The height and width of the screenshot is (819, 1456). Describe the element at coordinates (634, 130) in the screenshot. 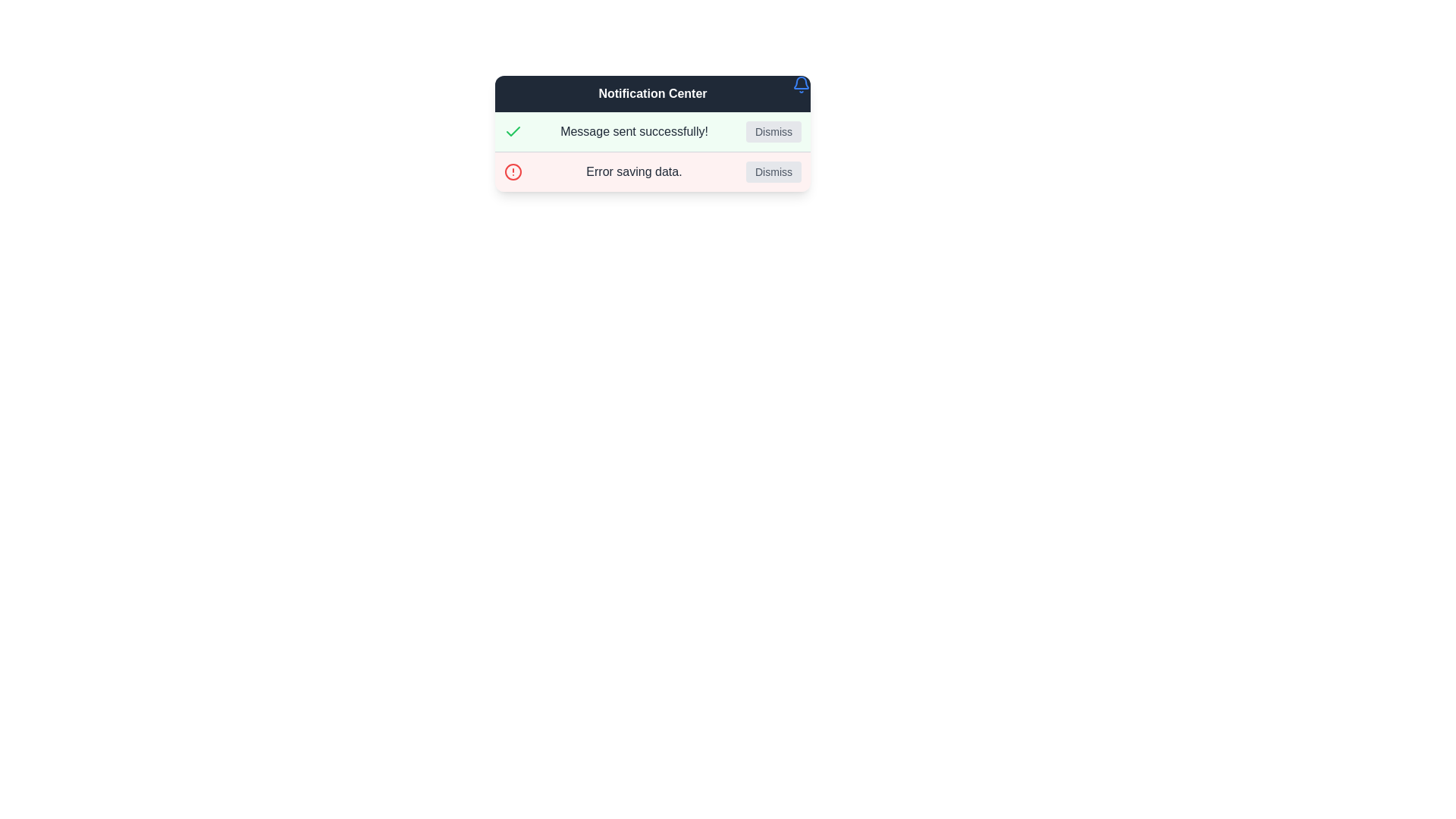

I see `the text snippet displaying 'Message sent successfully!' in a notification panel, located centrally between a green checkmark icon and a 'Dismiss' button` at that location.